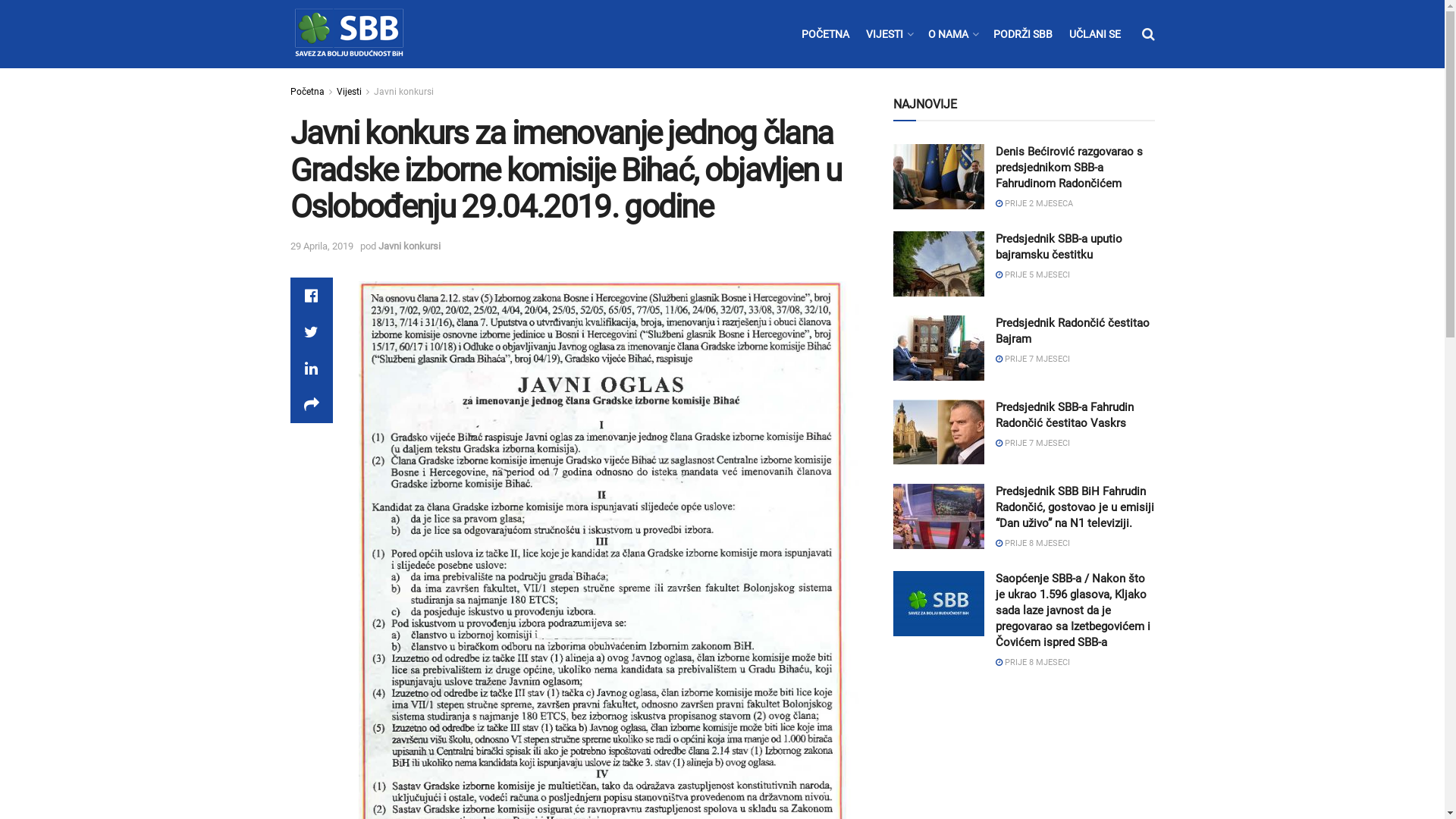 Image resolution: width=1456 pixels, height=819 pixels. I want to click on 'PRIJE 5 MJESECI', so click(1031, 275).